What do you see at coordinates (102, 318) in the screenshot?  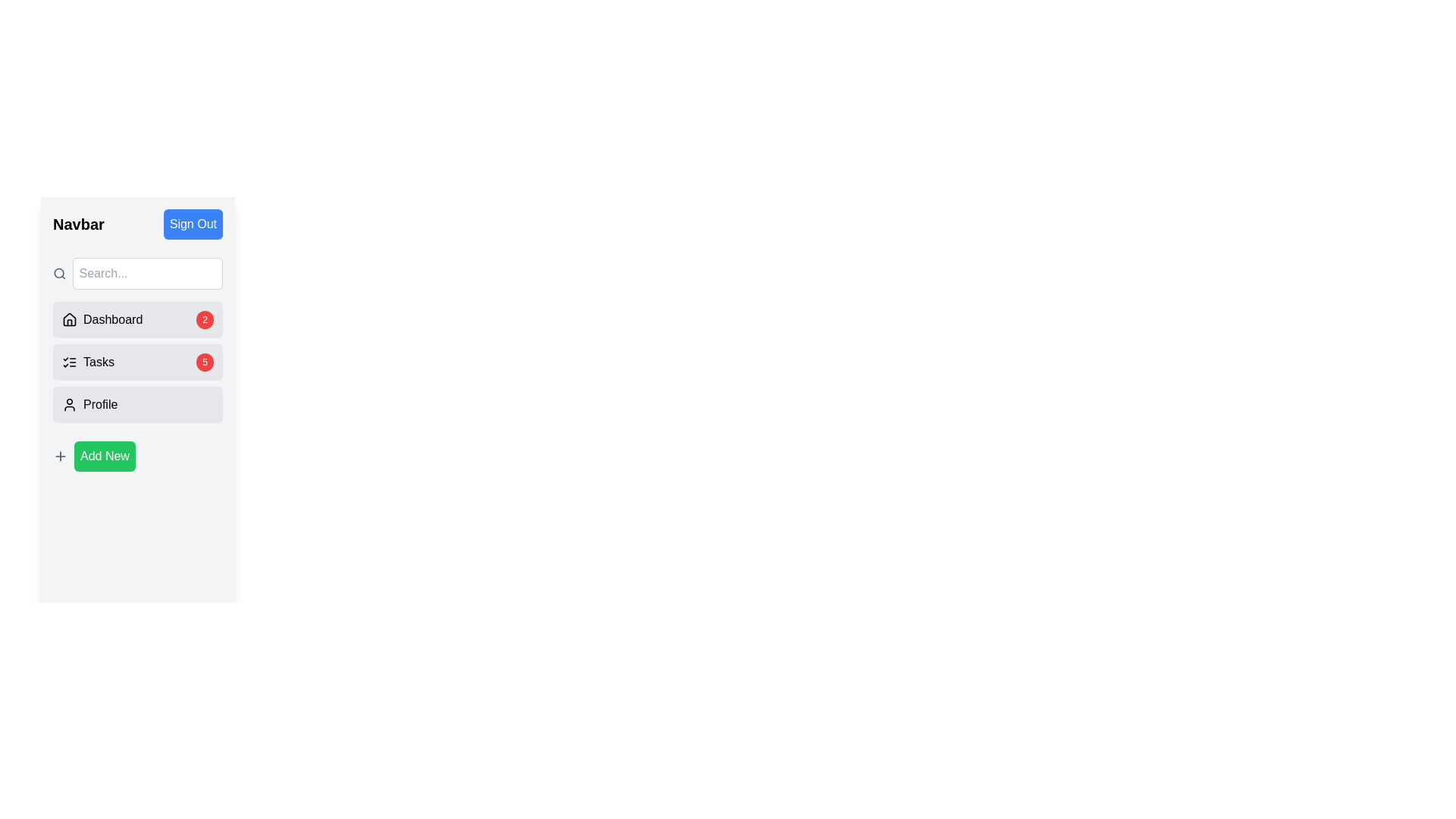 I see `the 'Dashboard' navigation menu item, which is styled with a medium font weight and includes a house icon` at bounding box center [102, 318].